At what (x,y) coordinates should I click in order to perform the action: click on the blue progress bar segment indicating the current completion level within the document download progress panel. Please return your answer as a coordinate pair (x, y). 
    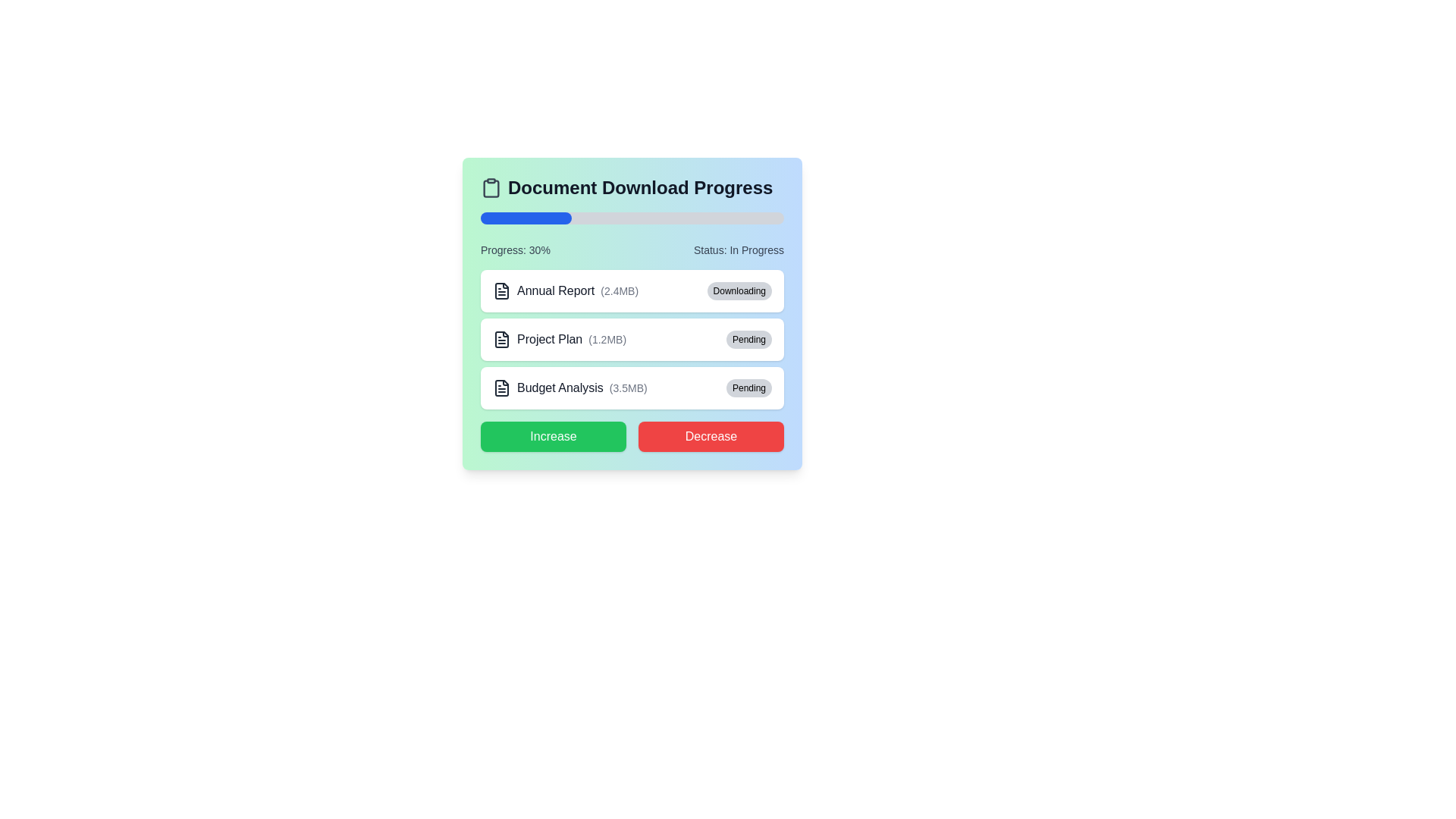
    Looking at the image, I should click on (526, 218).